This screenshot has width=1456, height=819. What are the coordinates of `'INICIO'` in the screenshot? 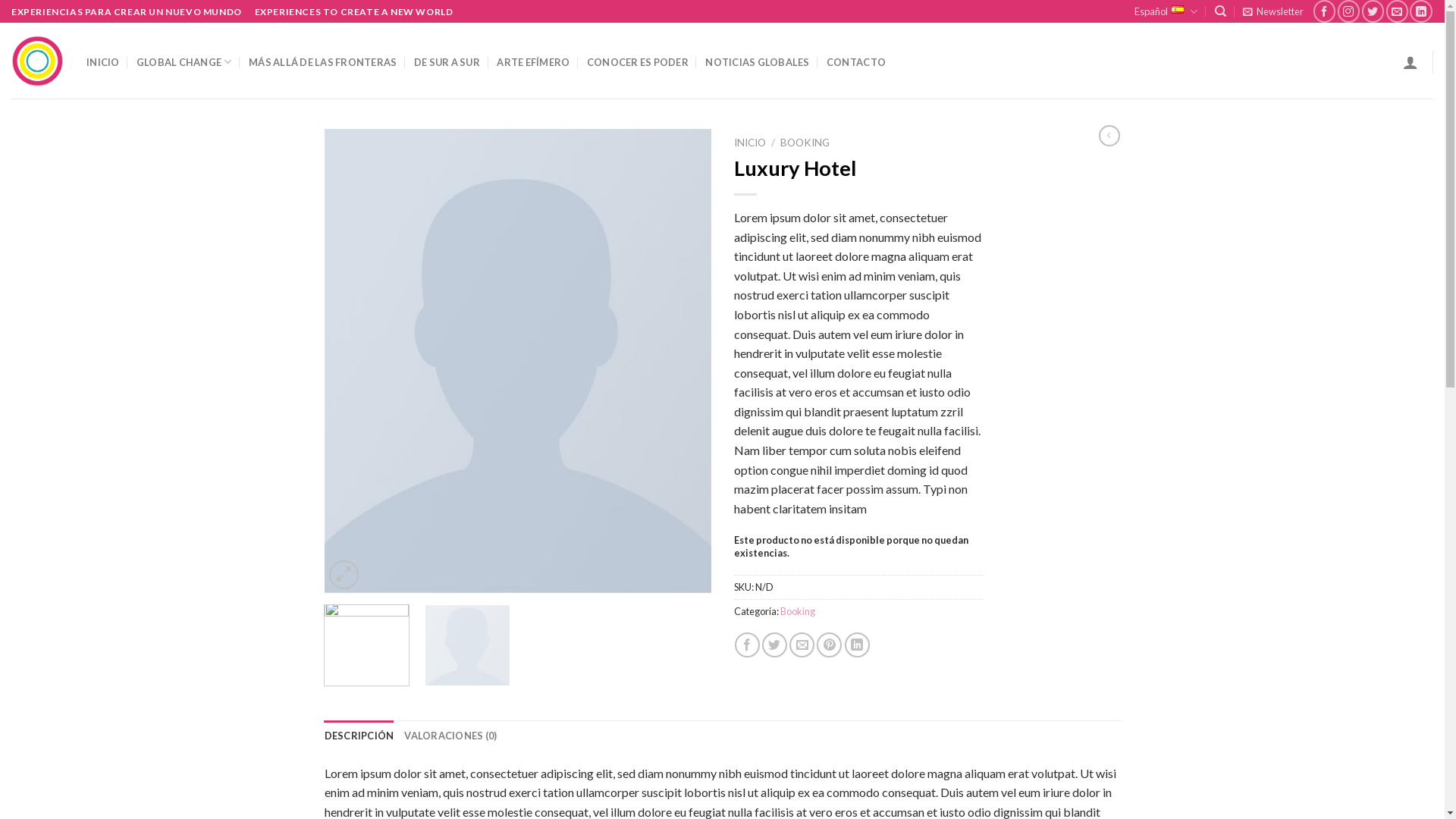 It's located at (102, 61).